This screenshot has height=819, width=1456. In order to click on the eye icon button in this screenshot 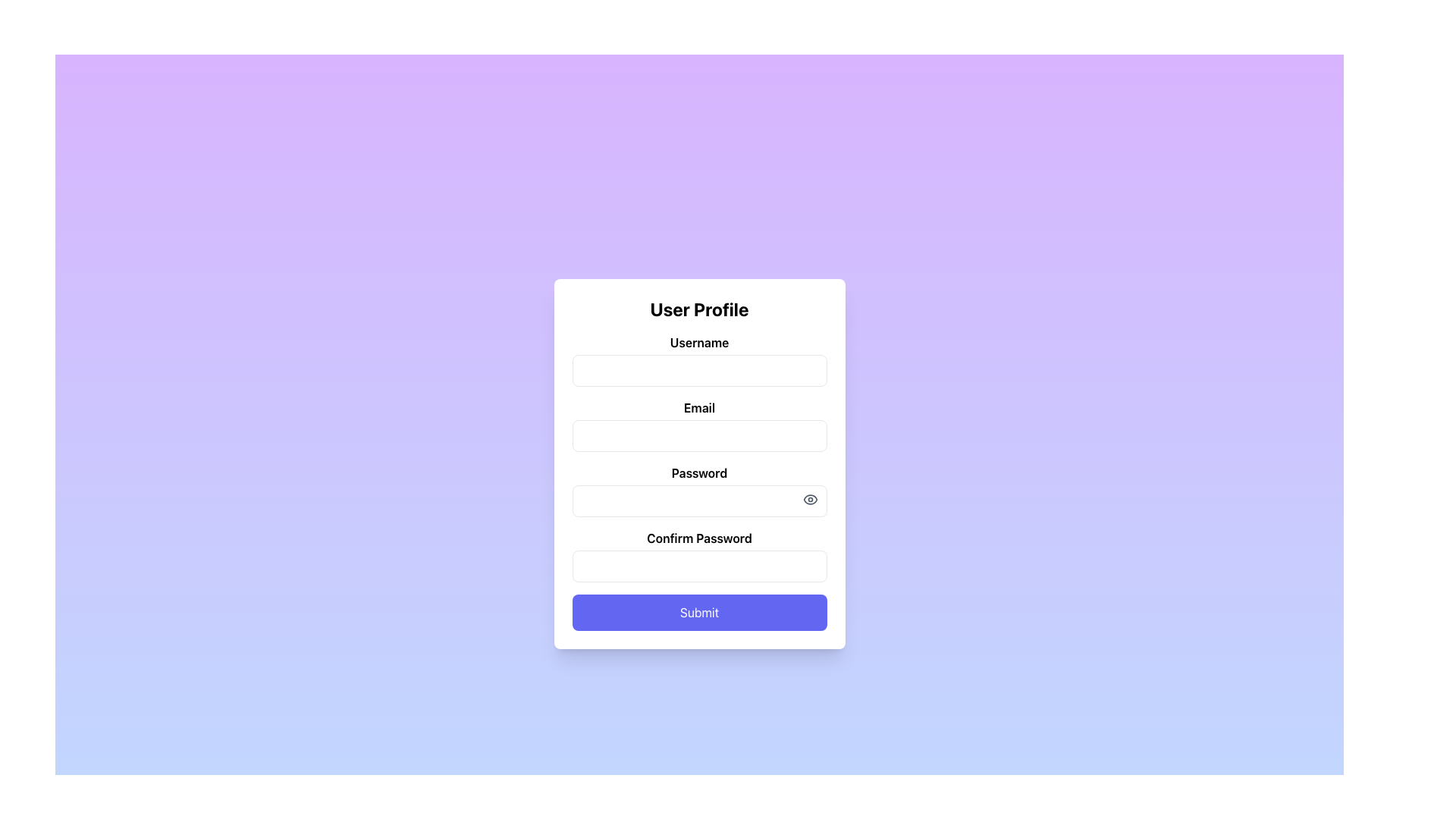, I will do `click(809, 499)`.